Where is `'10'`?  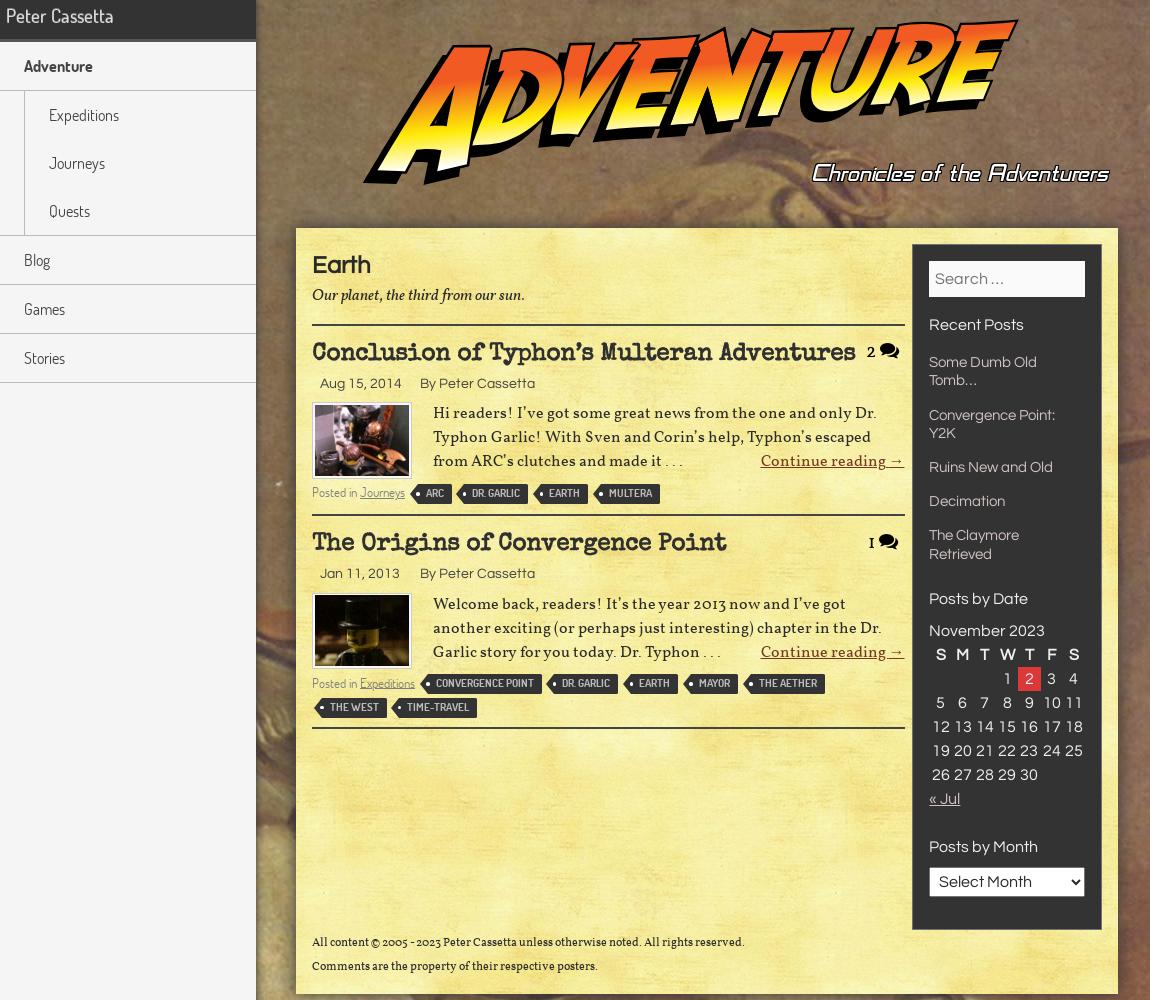
'10' is located at coordinates (1042, 701).